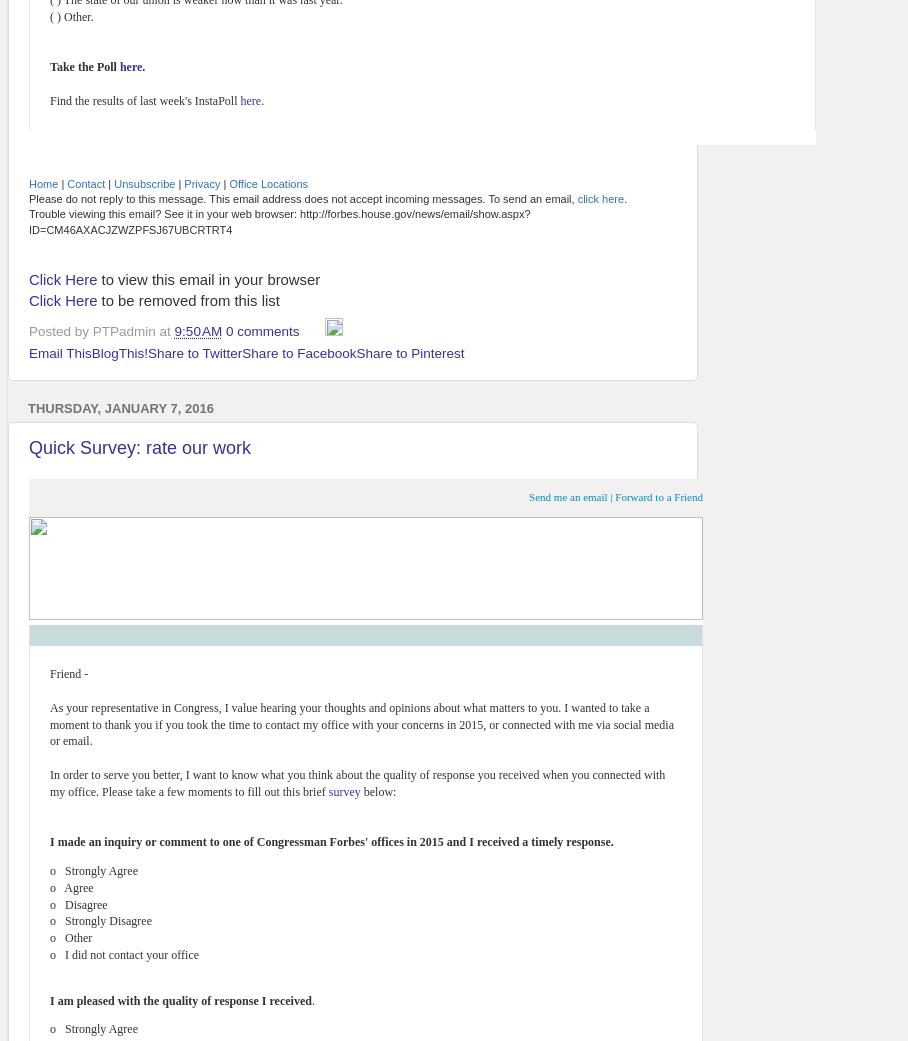 The image size is (908, 1041). What do you see at coordinates (50, 938) in the screenshot?
I see `'o   Other'` at bounding box center [50, 938].